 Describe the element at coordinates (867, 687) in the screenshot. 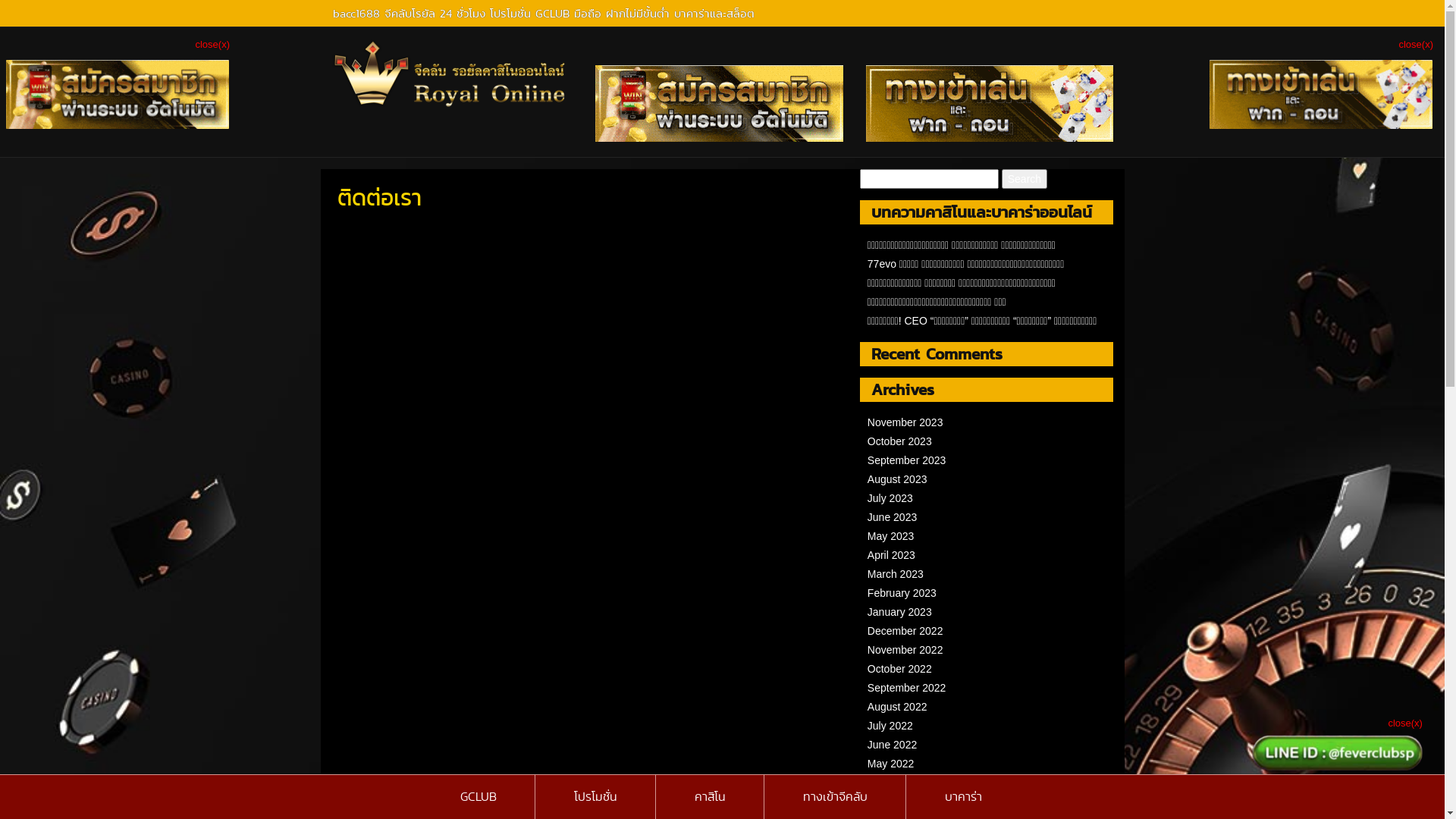

I see `'September 2022'` at that location.